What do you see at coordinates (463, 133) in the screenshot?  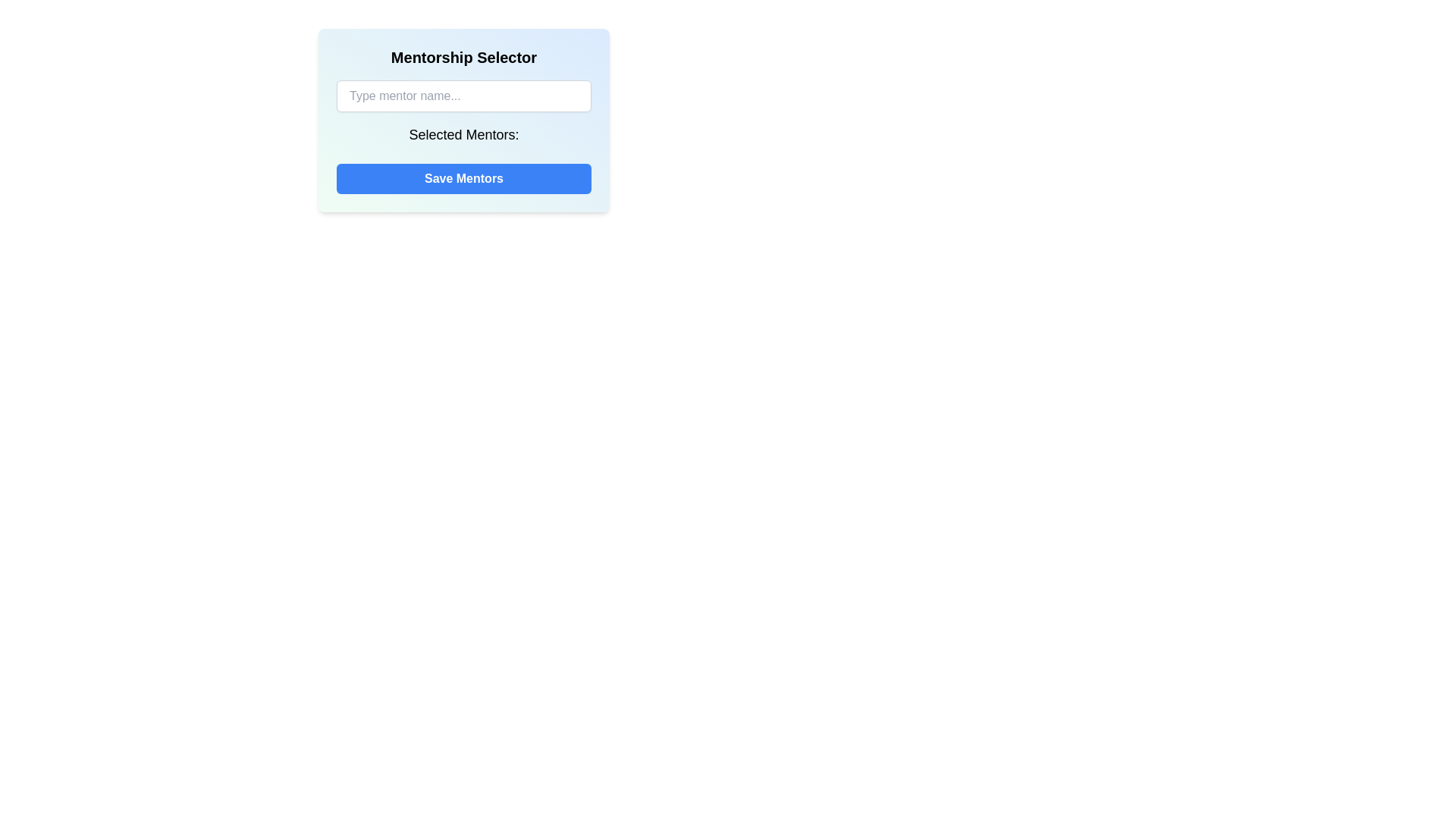 I see `the static text label that serves as a heading for the section where selected mentors will be displayed, which is positioned above the 'Save Mentors' button` at bounding box center [463, 133].